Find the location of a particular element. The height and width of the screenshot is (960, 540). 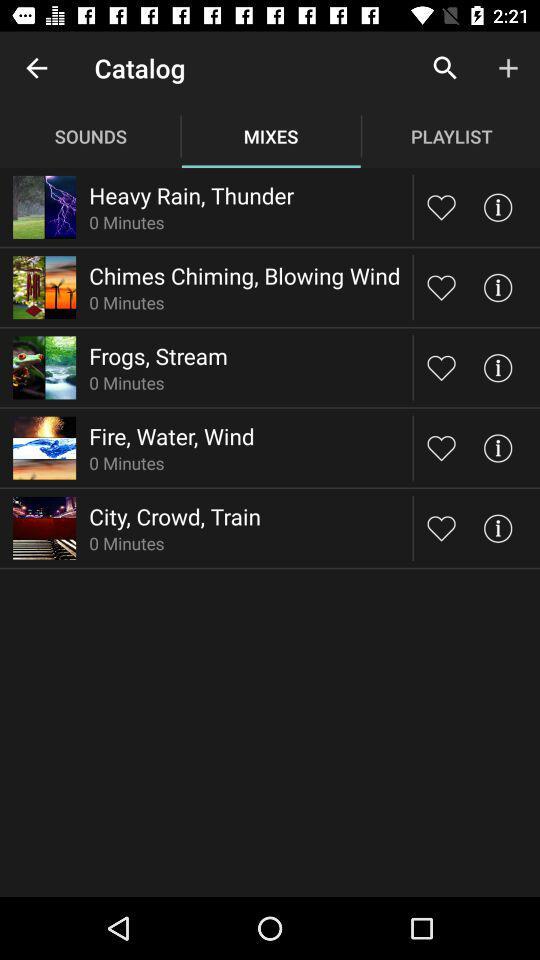

check information is located at coordinates (496, 448).